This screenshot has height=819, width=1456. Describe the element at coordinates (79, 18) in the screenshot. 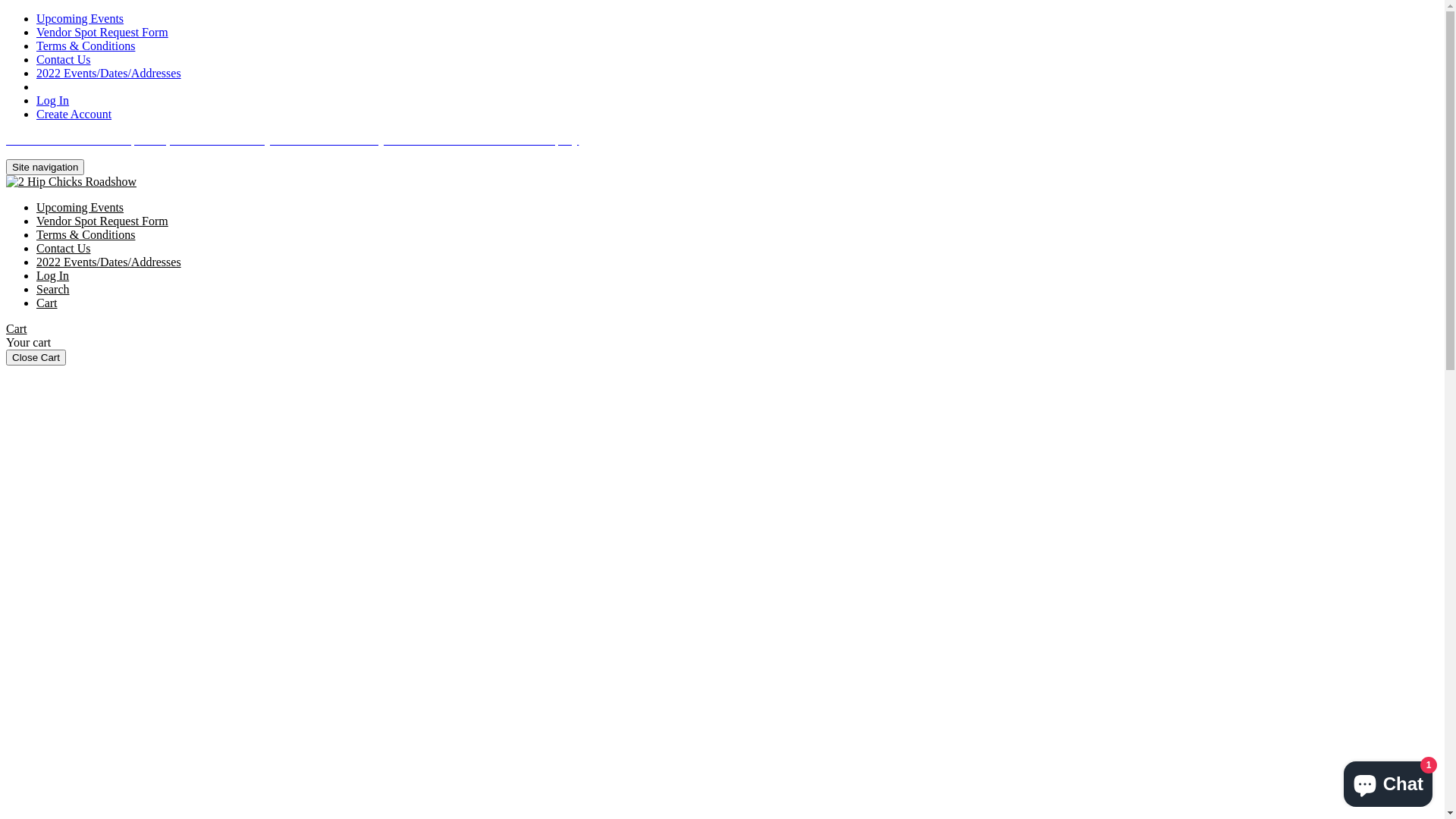

I see `'Upcoming Events'` at that location.